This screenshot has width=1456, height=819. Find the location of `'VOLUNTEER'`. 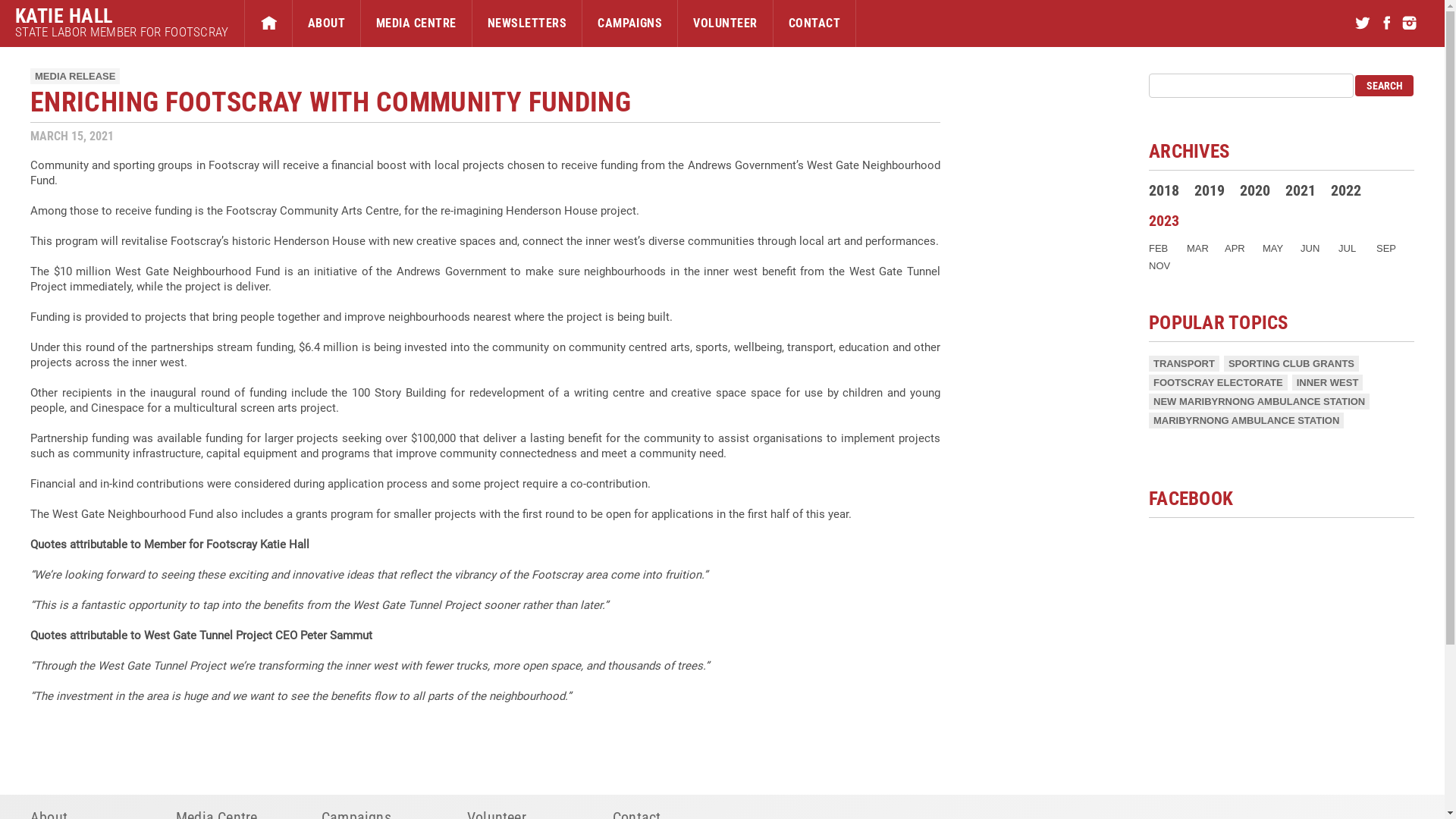

'VOLUNTEER' is located at coordinates (723, 23).